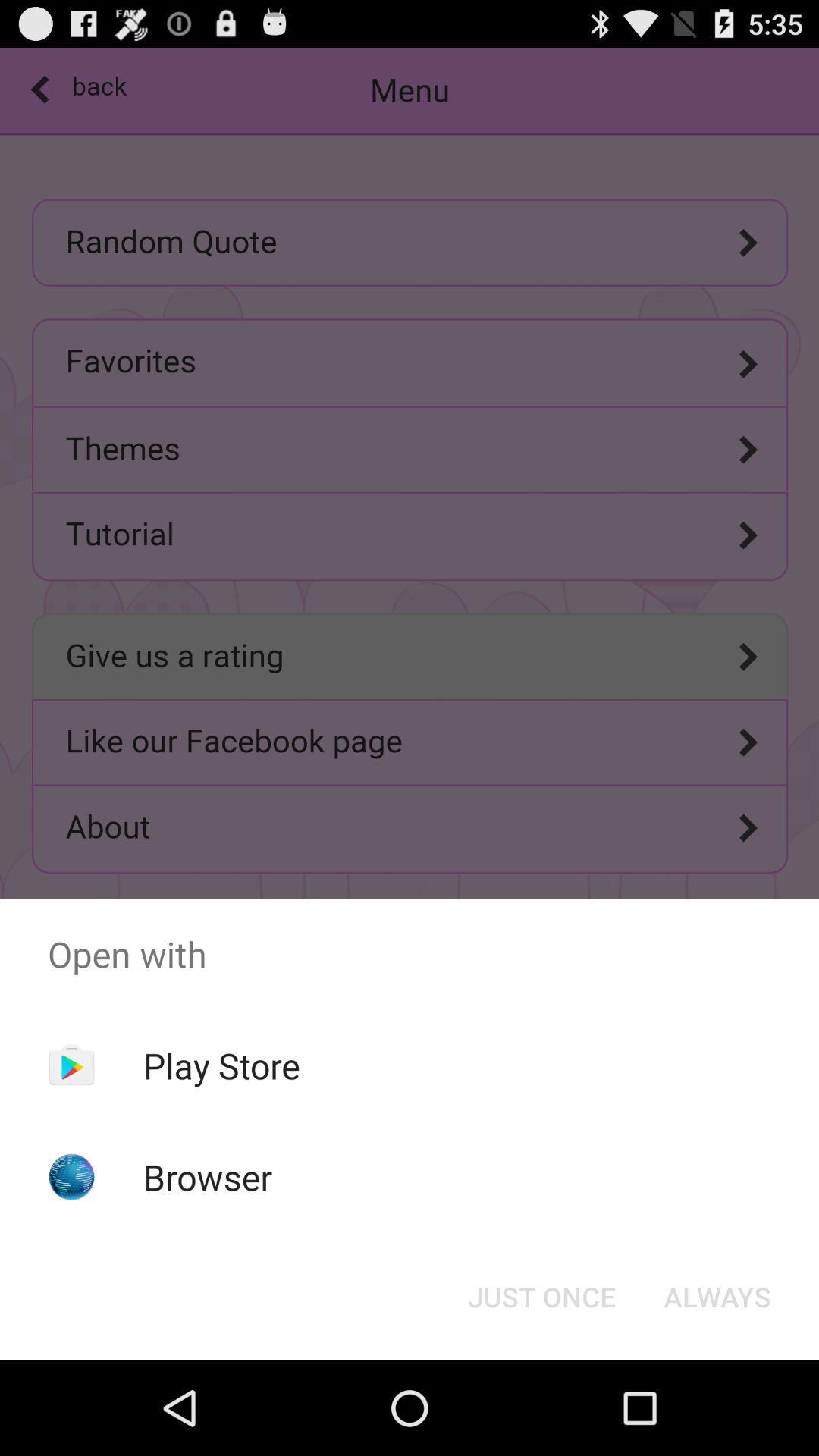  I want to click on always, so click(717, 1295).